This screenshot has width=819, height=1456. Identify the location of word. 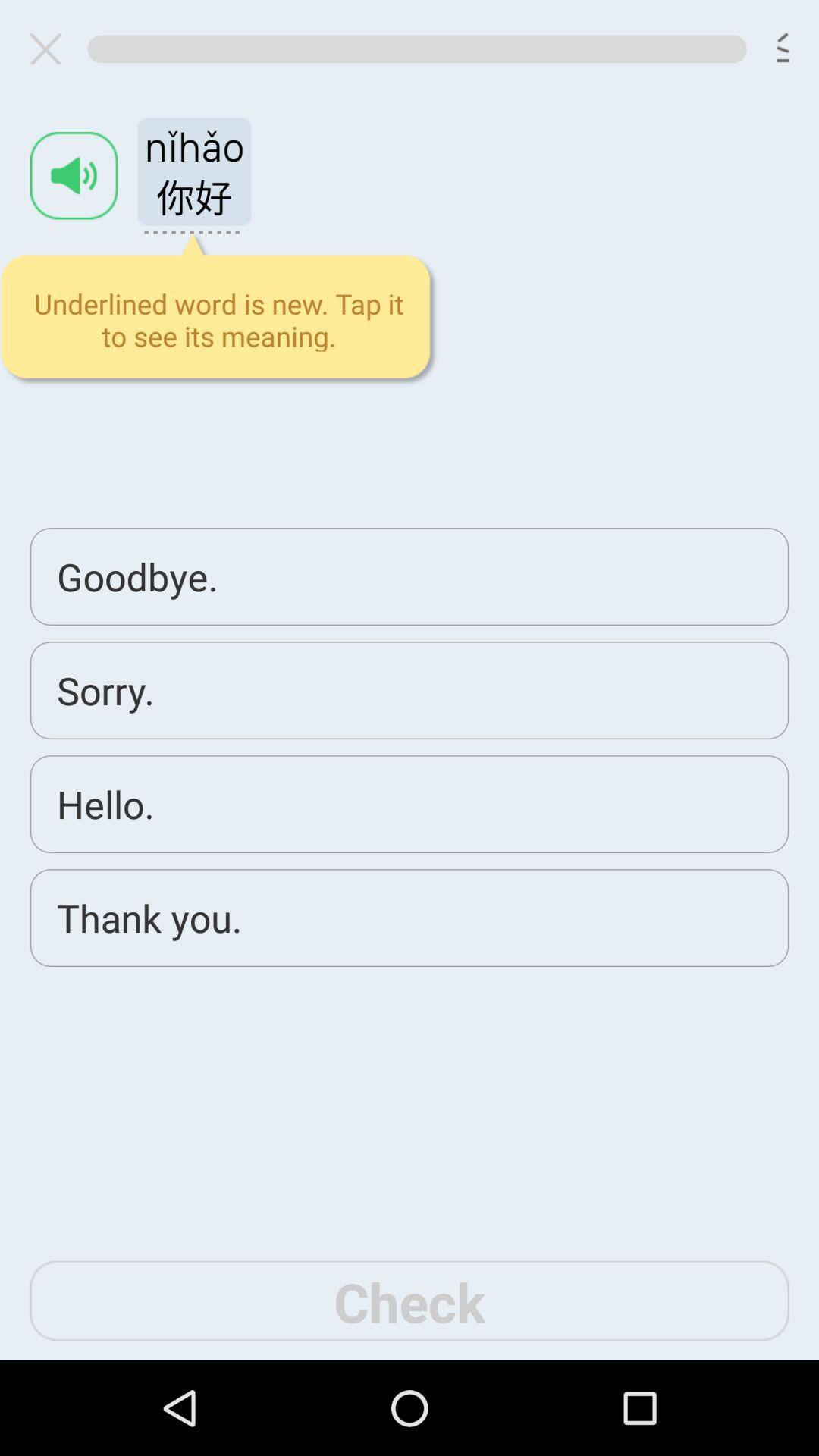
(74, 175).